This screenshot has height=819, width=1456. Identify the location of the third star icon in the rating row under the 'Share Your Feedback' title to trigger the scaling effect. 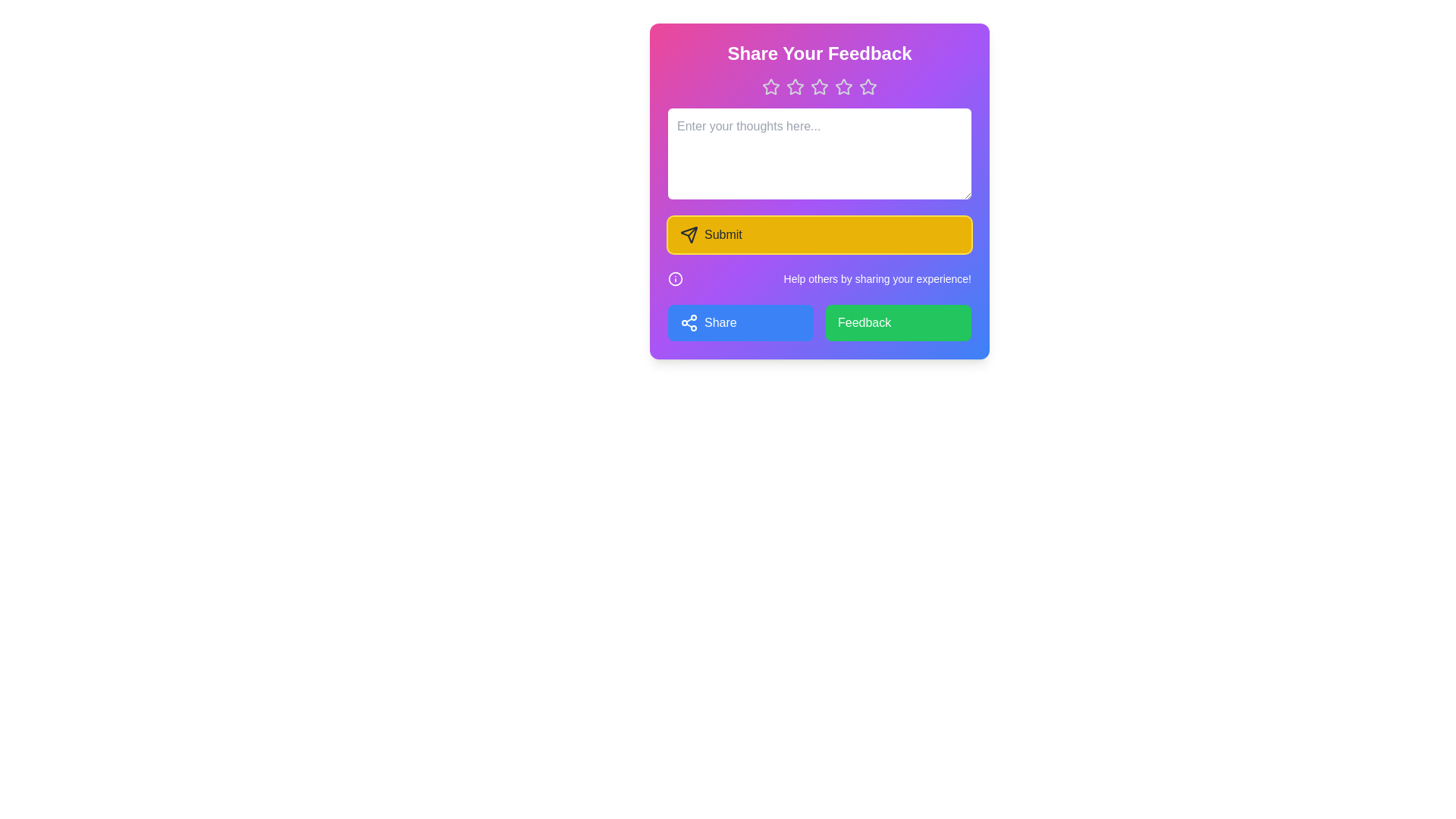
(818, 87).